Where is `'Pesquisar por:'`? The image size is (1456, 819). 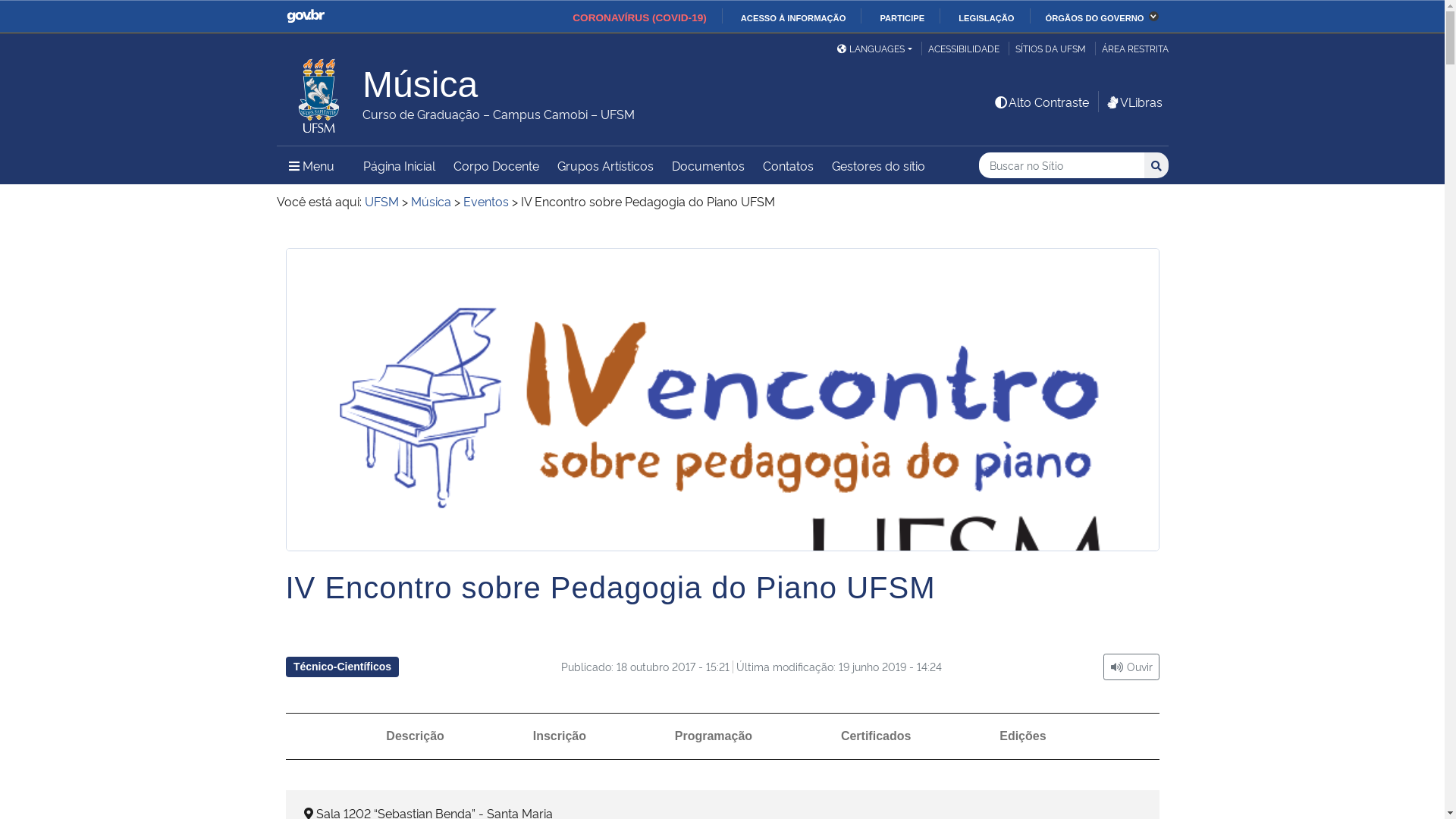
'Pesquisar por:' is located at coordinates (1061, 165).